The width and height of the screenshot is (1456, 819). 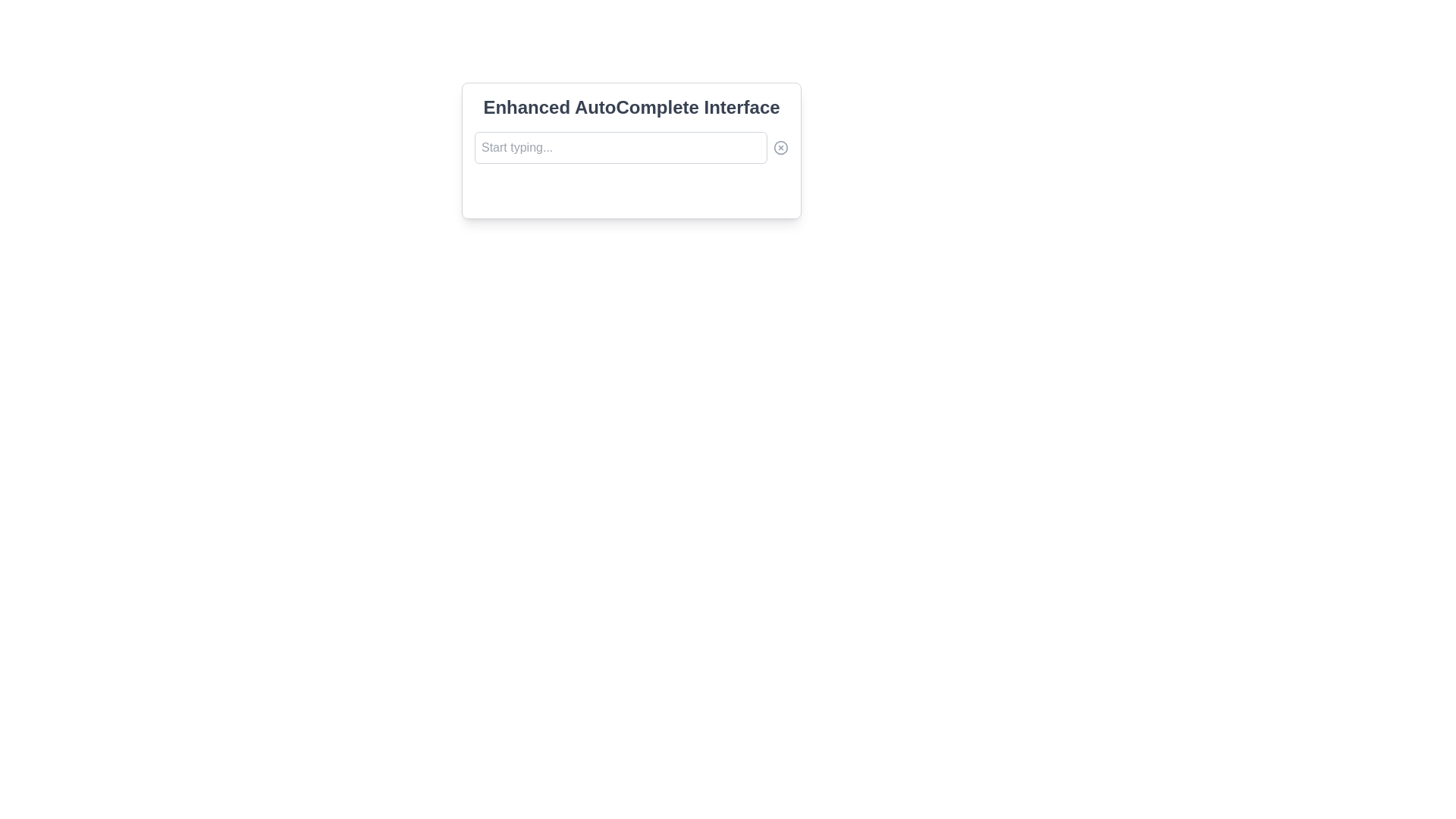 I want to click on the clear button located on the right side of the input field with the placeholder 'Start typing...', so click(x=781, y=148).